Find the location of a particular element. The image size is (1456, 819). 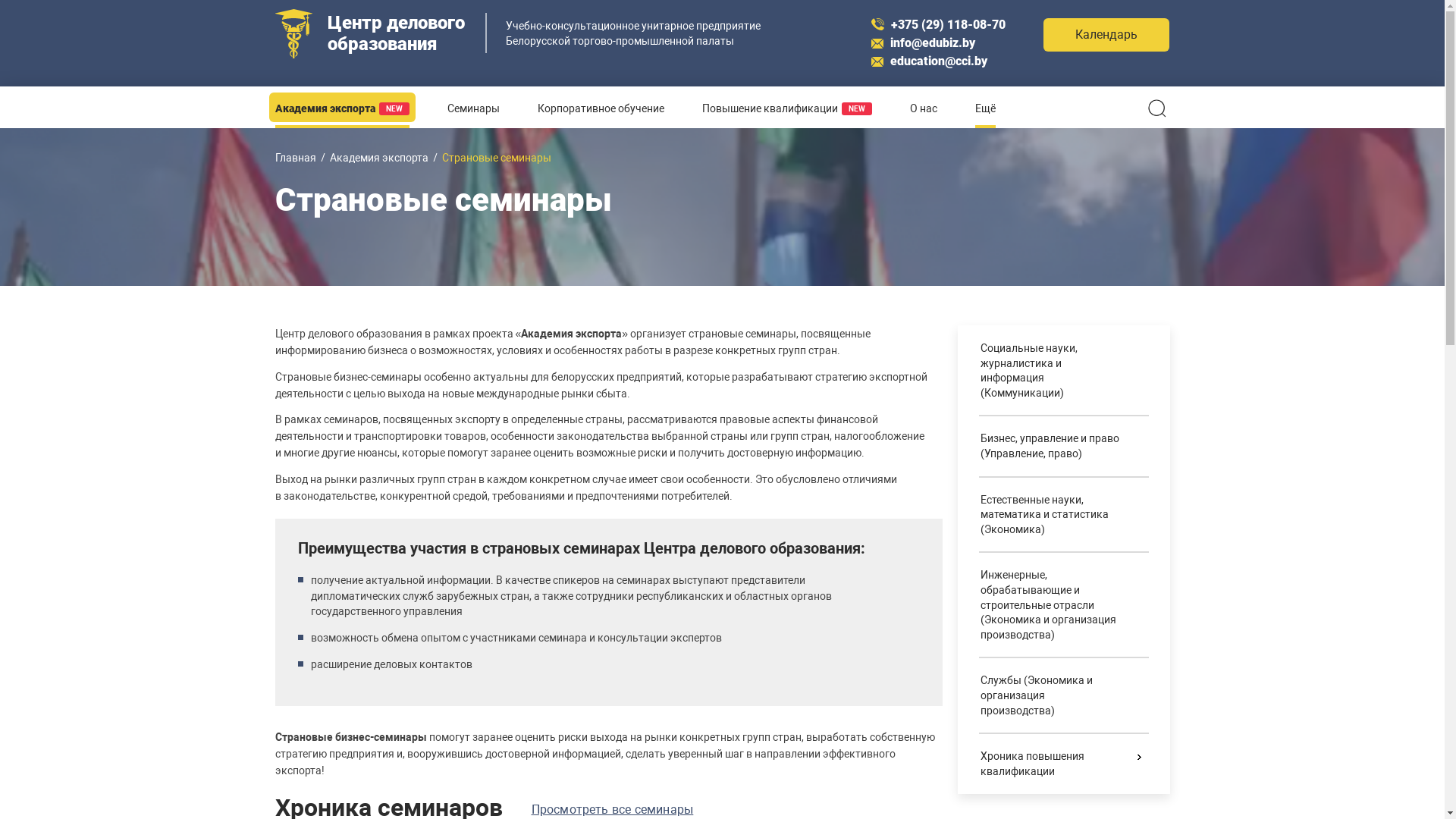

'+375 (29) 118-08-70' is located at coordinates (937, 24).